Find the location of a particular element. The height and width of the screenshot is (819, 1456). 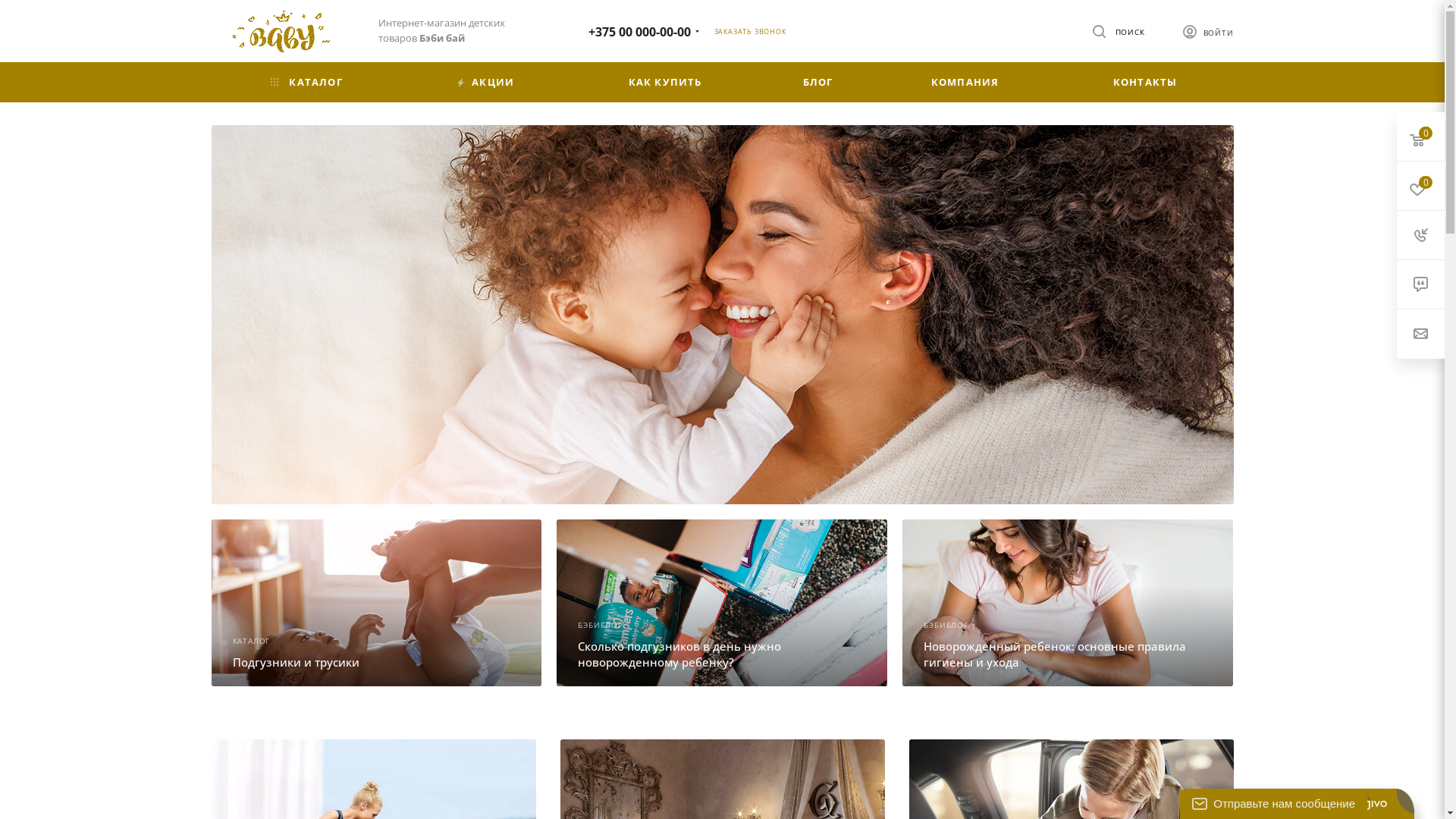

'+375 00 000-00-00' is located at coordinates (588, 31).